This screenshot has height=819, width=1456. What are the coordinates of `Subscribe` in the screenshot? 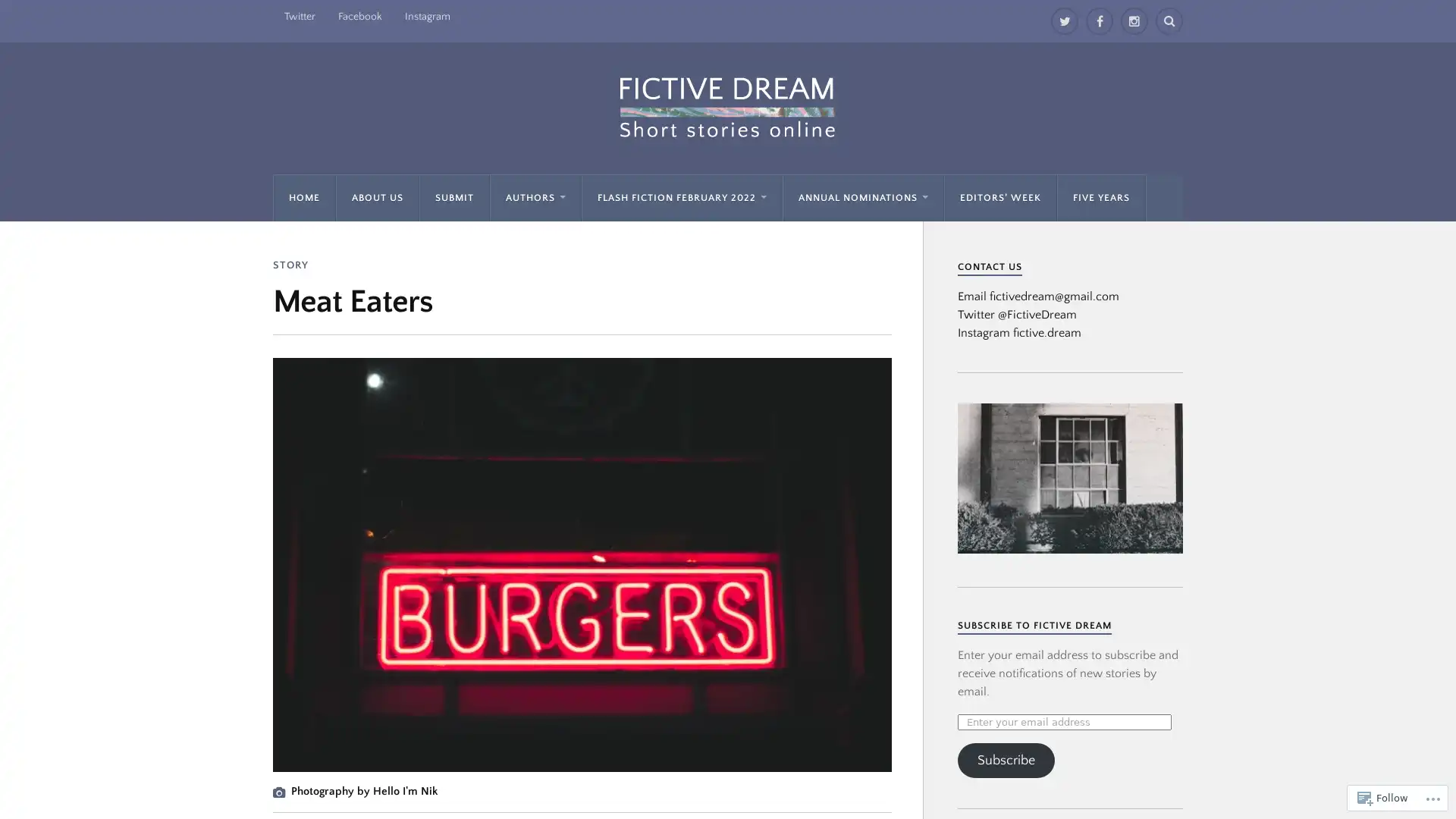 It's located at (1006, 760).